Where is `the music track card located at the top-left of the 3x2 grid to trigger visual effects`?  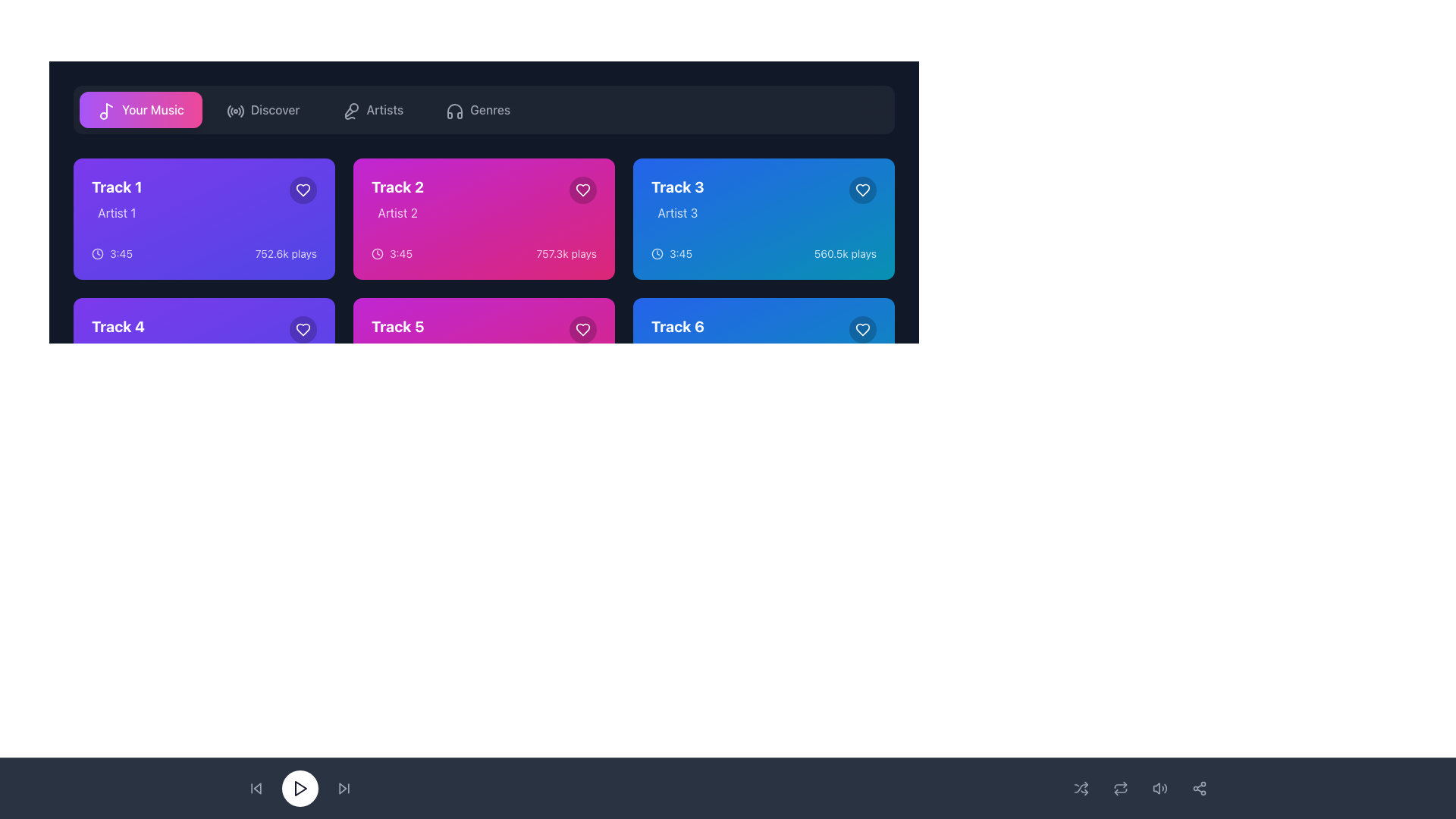 the music track card located at the top-left of the 3x2 grid to trigger visual effects is located at coordinates (203, 219).